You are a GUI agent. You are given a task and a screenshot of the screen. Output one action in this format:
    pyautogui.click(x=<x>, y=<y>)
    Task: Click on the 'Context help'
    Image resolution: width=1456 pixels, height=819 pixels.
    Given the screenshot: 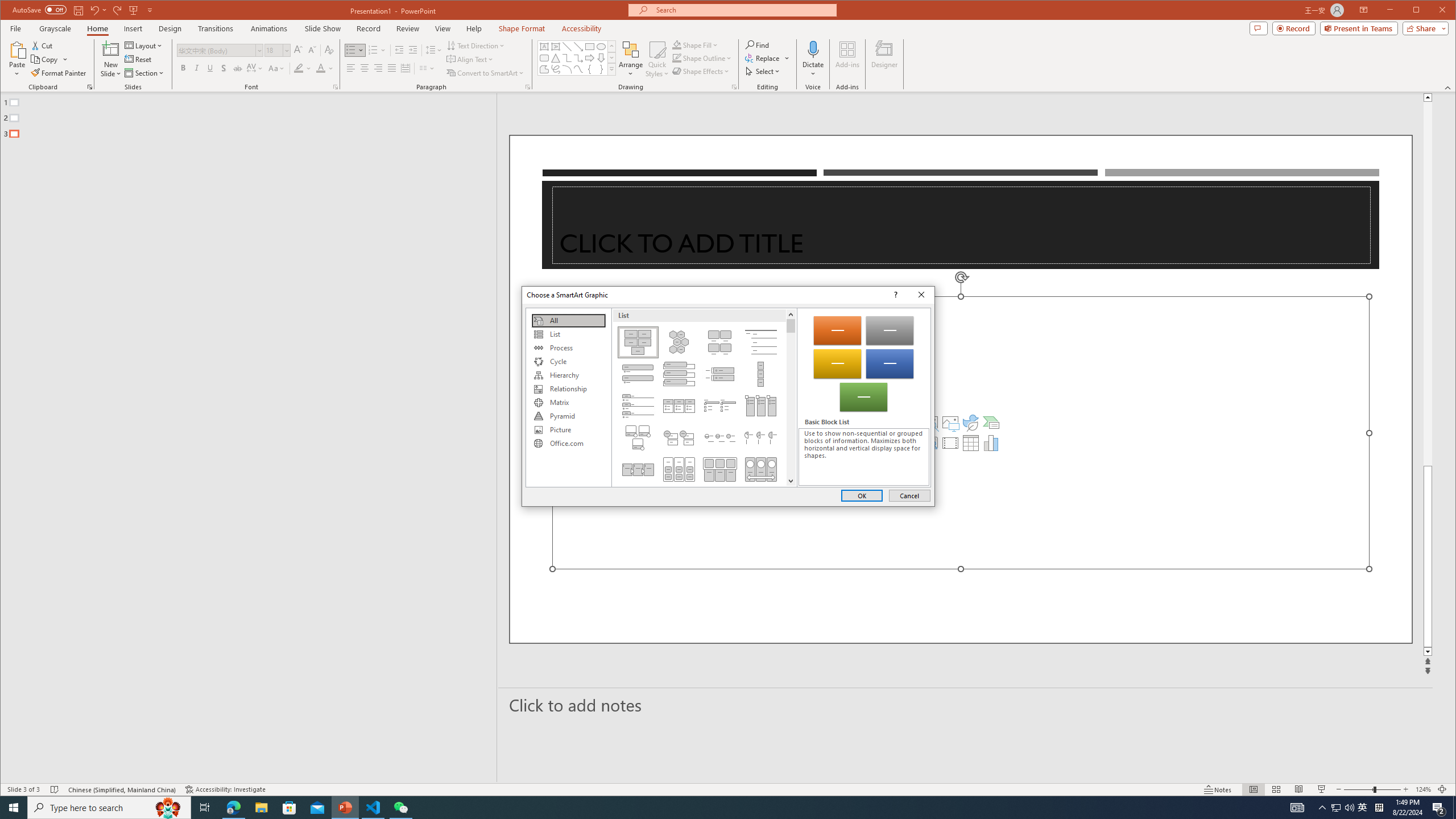 What is the action you would take?
    pyautogui.click(x=895, y=295)
    